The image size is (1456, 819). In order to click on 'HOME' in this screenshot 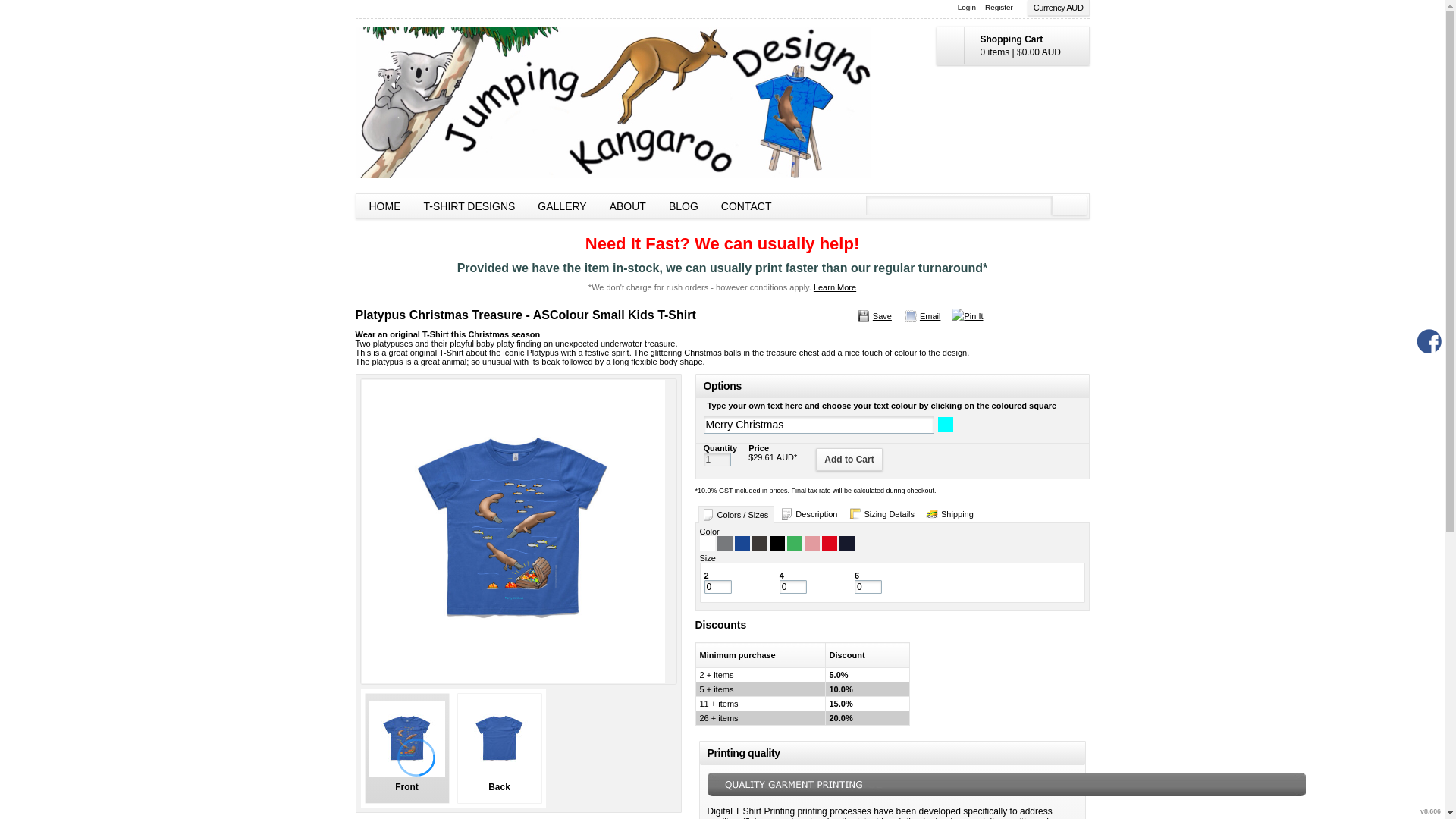, I will do `click(356, 206)`.